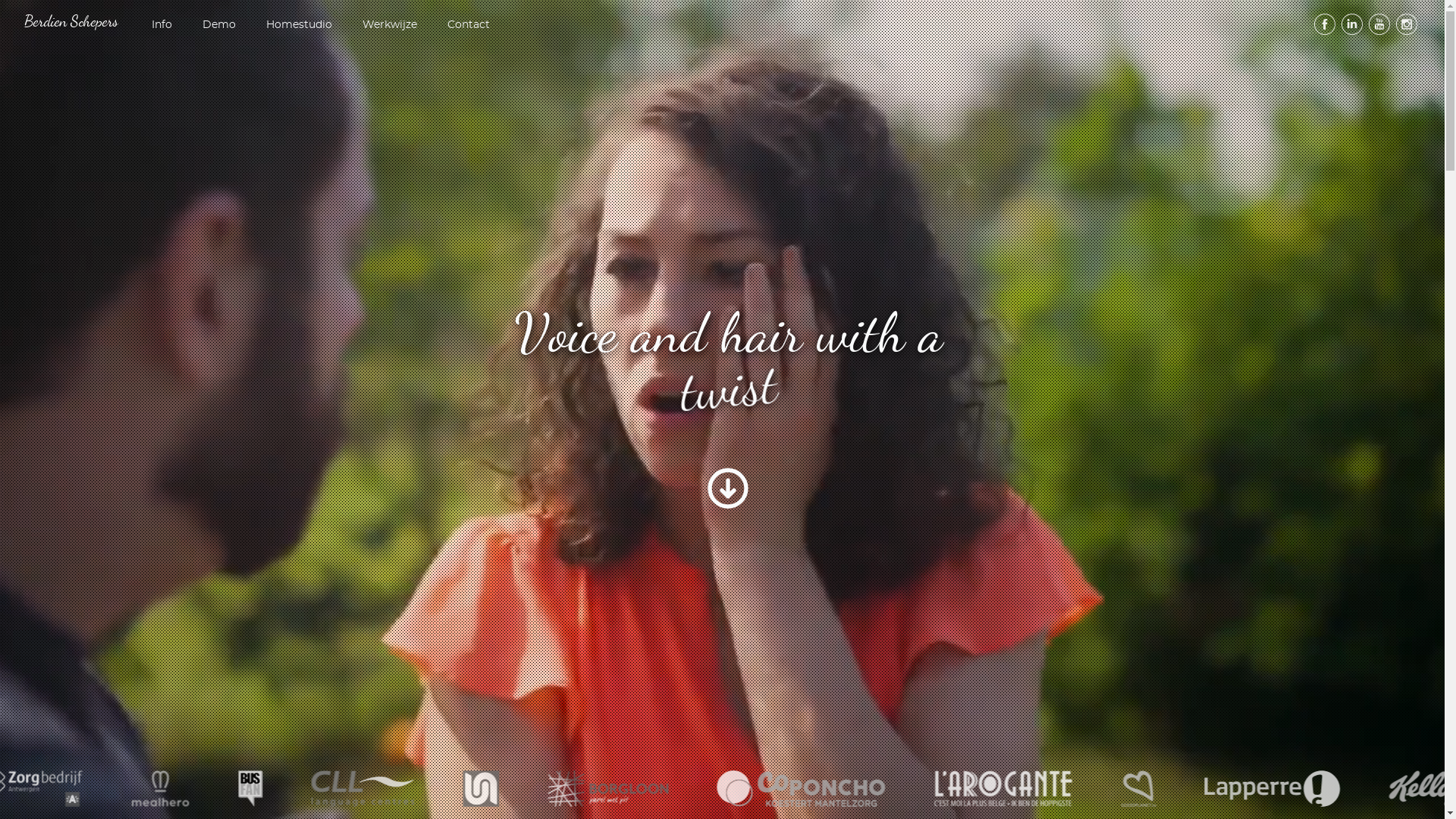 Image resolution: width=1456 pixels, height=819 pixels. What do you see at coordinates (162, 24) in the screenshot?
I see `'Info'` at bounding box center [162, 24].